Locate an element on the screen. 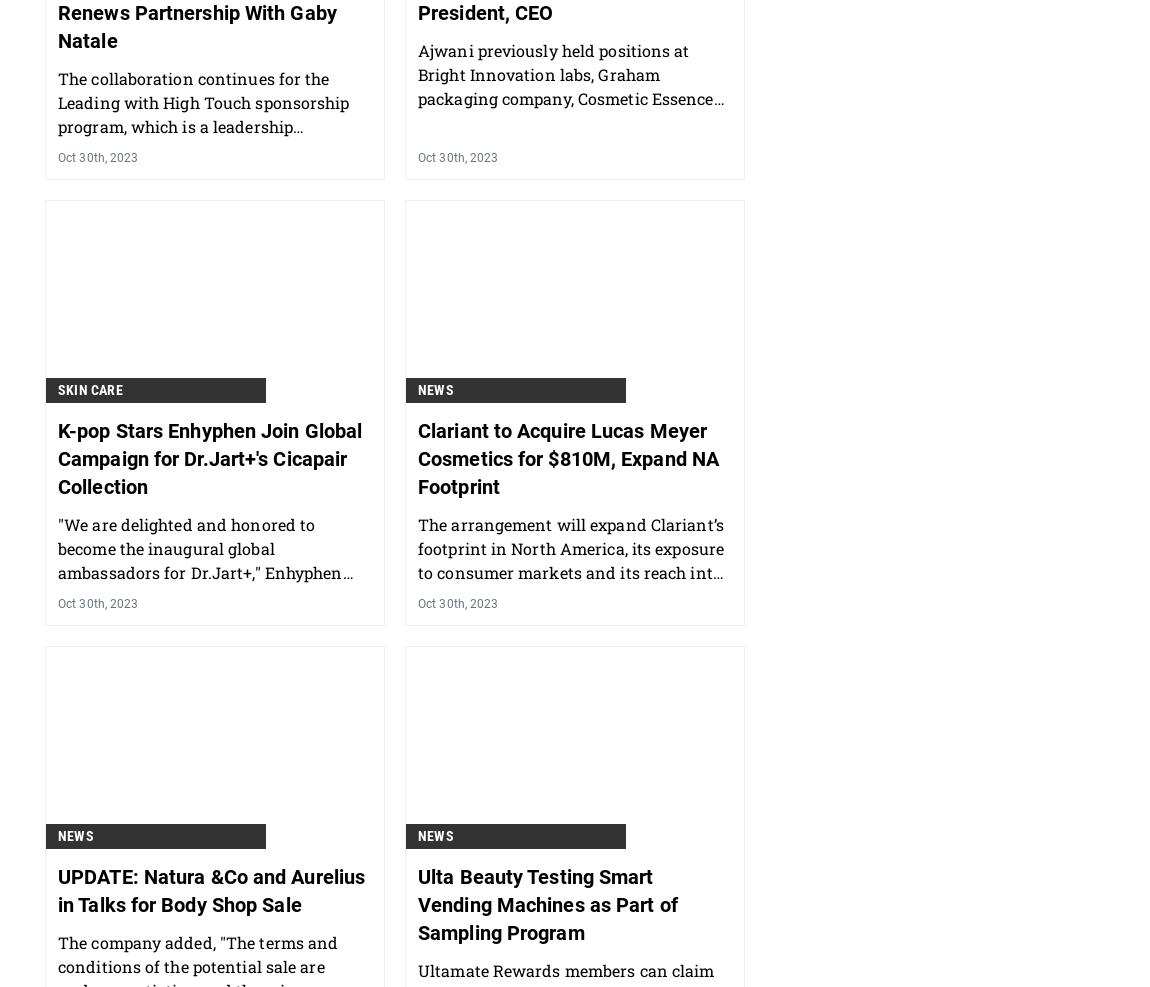 Image resolution: width=1150 pixels, height=987 pixels. 'C-Care Names Gaurav Ajwani President, CEO' is located at coordinates (551, 103).